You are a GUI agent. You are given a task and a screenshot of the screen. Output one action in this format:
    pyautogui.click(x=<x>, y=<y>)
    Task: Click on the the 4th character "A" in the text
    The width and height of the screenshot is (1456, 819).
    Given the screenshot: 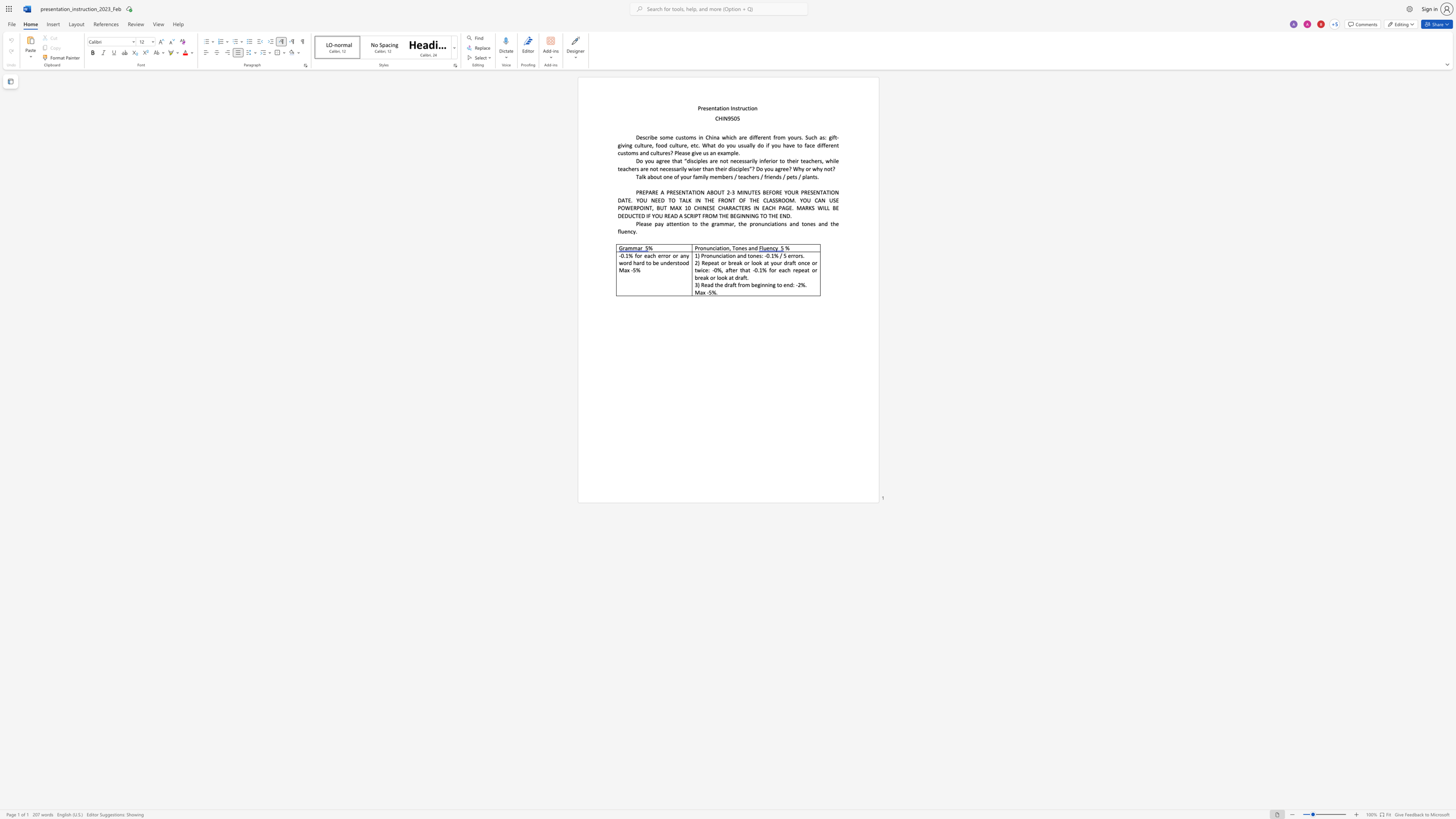 What is the action you would take?
    pyautogui.click(x=708, y=192)
    